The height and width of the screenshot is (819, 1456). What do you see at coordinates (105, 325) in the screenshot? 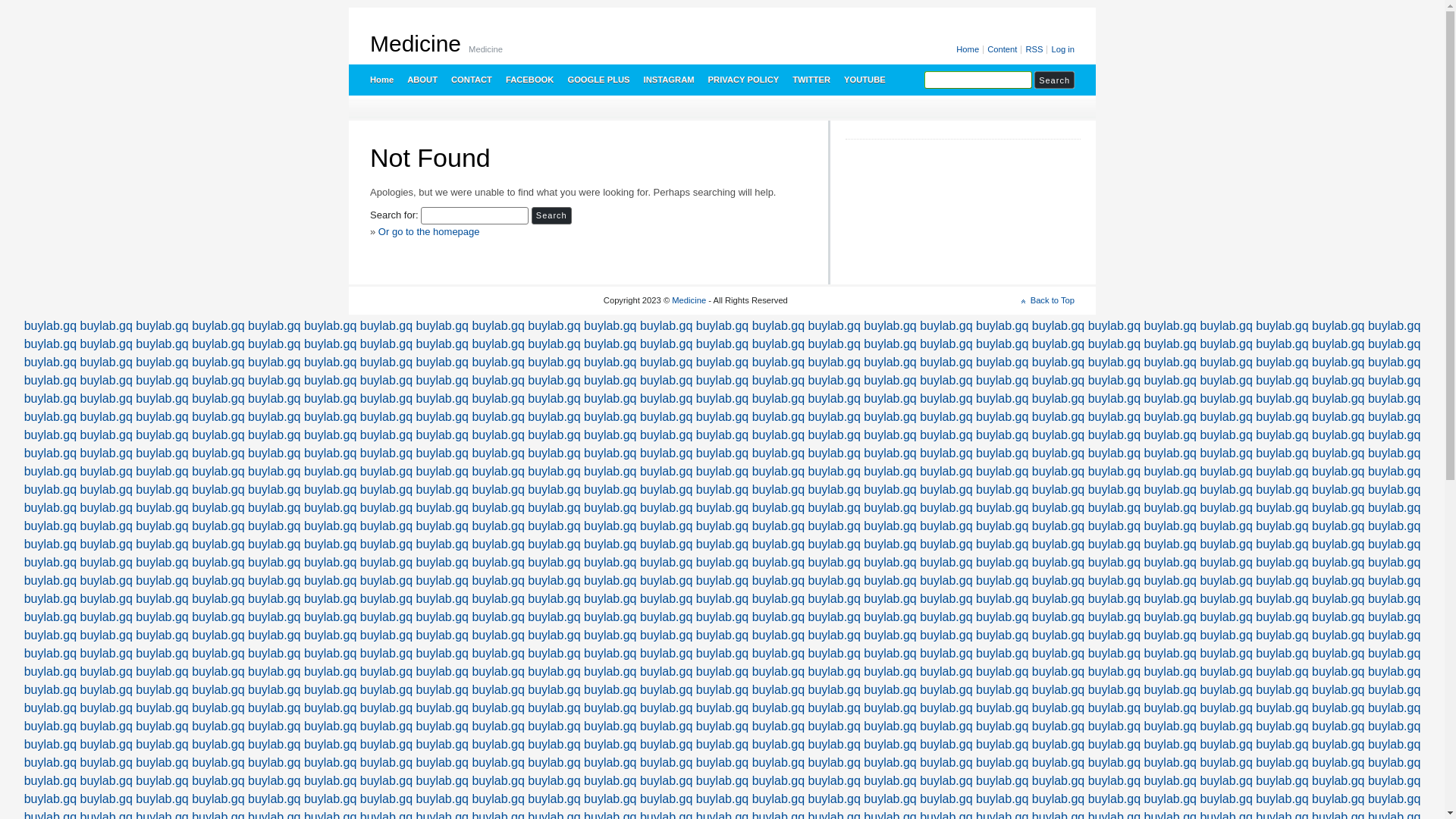
I see `'buylab.gq'` at bounding box center [105, 325].